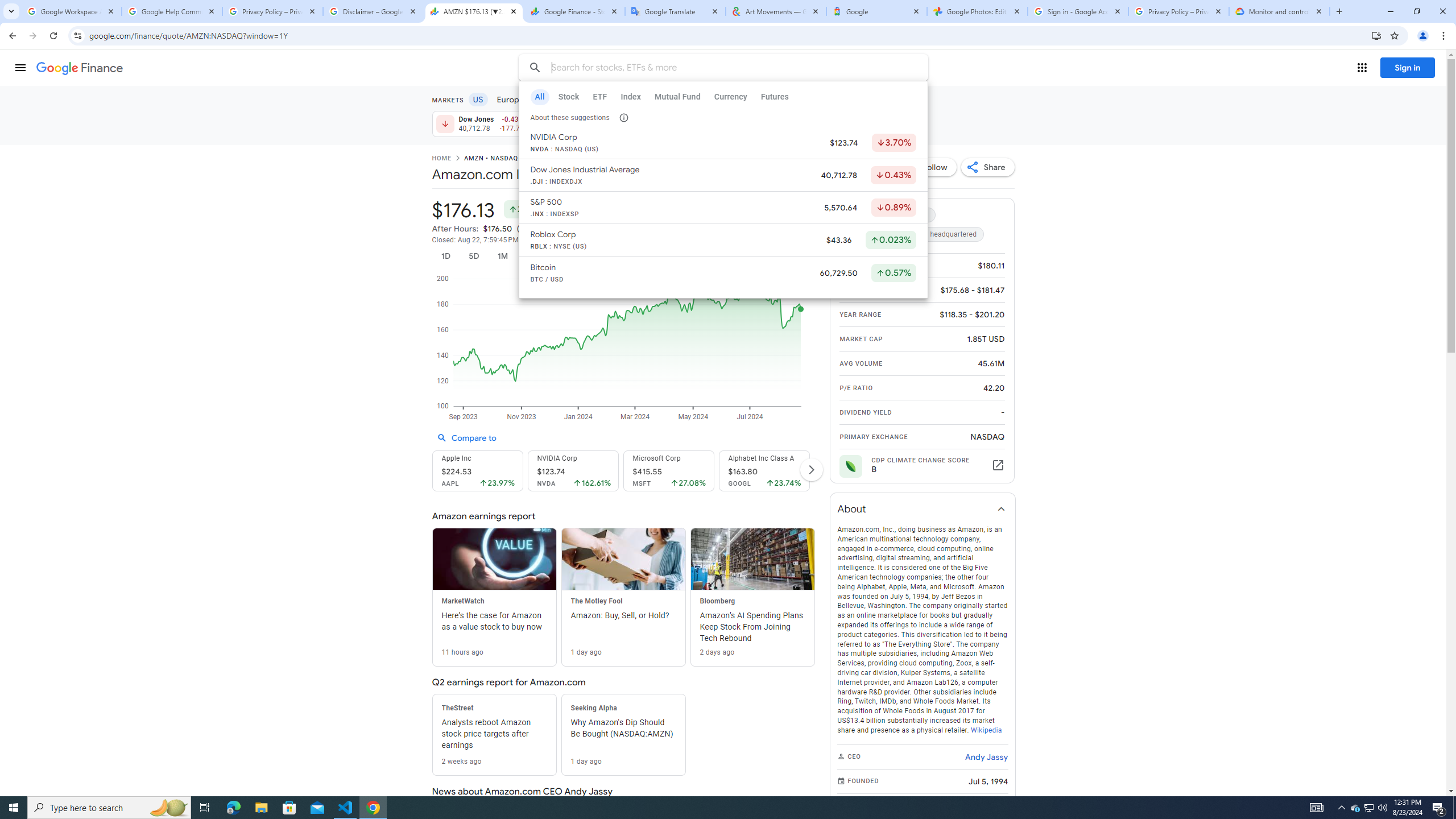 The width and height of the screenshot is (1456, 819). Describe the element at coordinates (445, 255) in the screenshot. I see `'1D'` at that location.